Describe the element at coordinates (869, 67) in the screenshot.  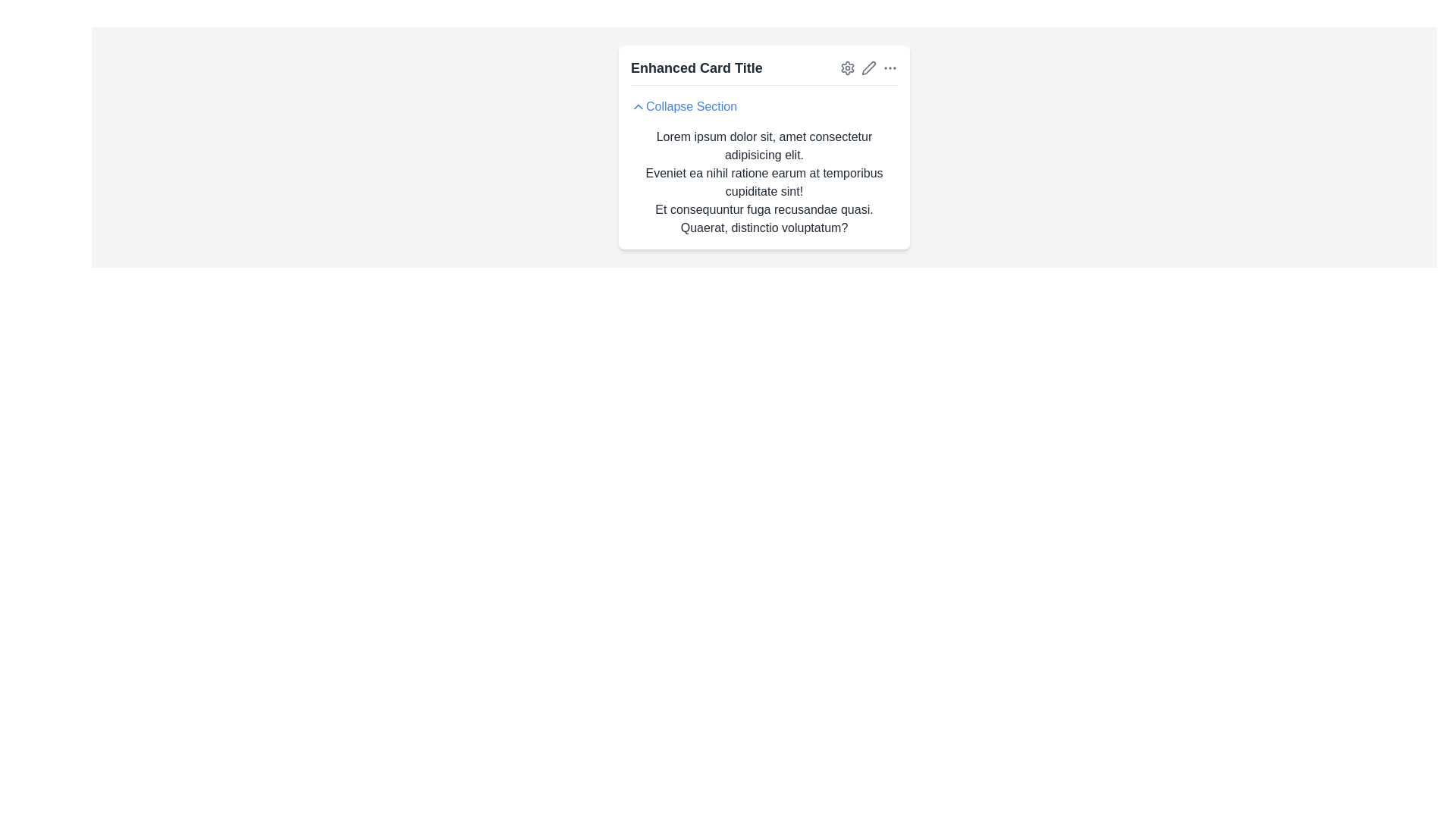
I see `the gray pen icon located in the middle of the top-right icon group on the card` at that location.